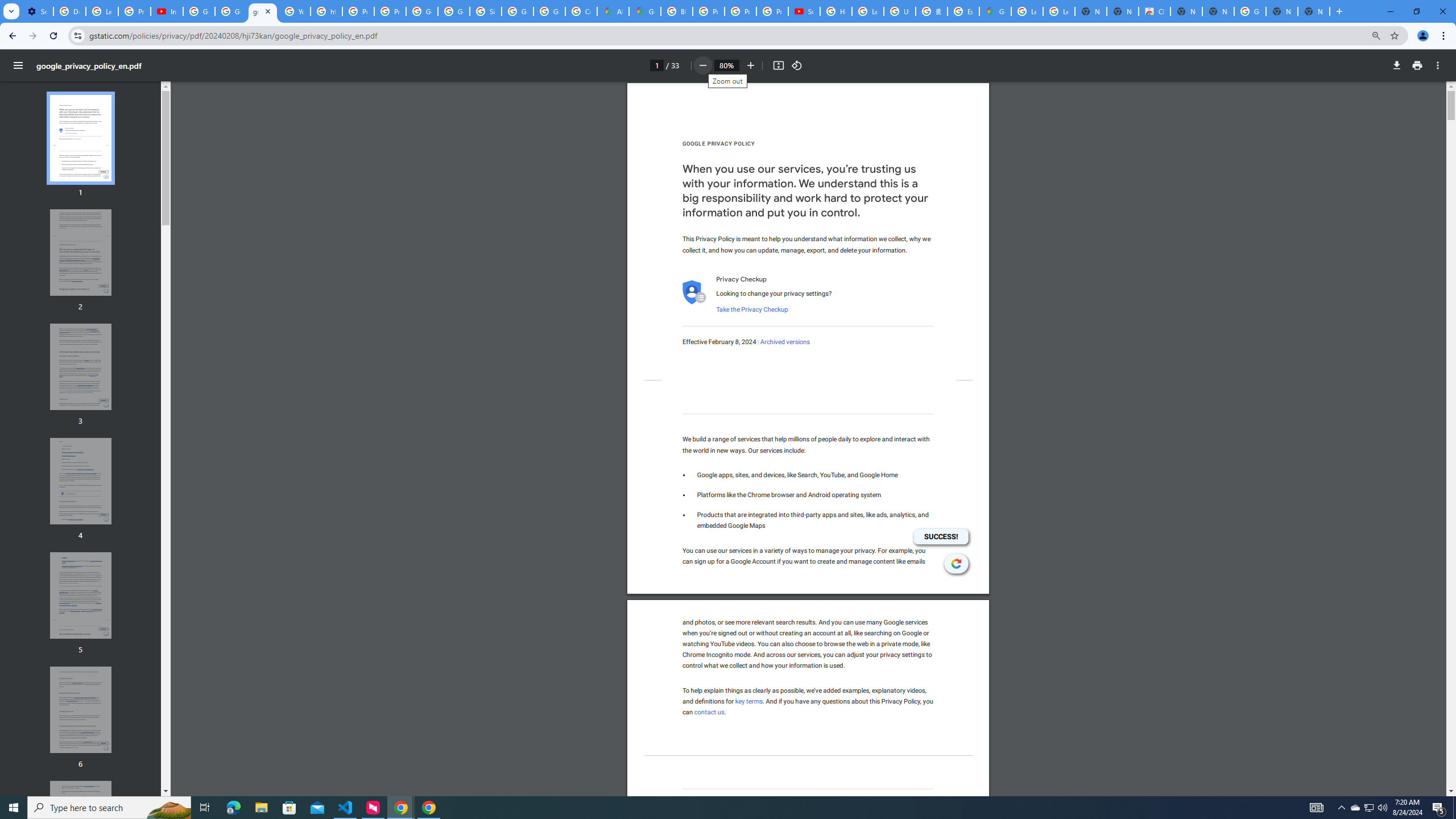  What do you see at coordinates (709, 712) in the screenshot?
I see `'contact us'` at bounding box center [709, 712].